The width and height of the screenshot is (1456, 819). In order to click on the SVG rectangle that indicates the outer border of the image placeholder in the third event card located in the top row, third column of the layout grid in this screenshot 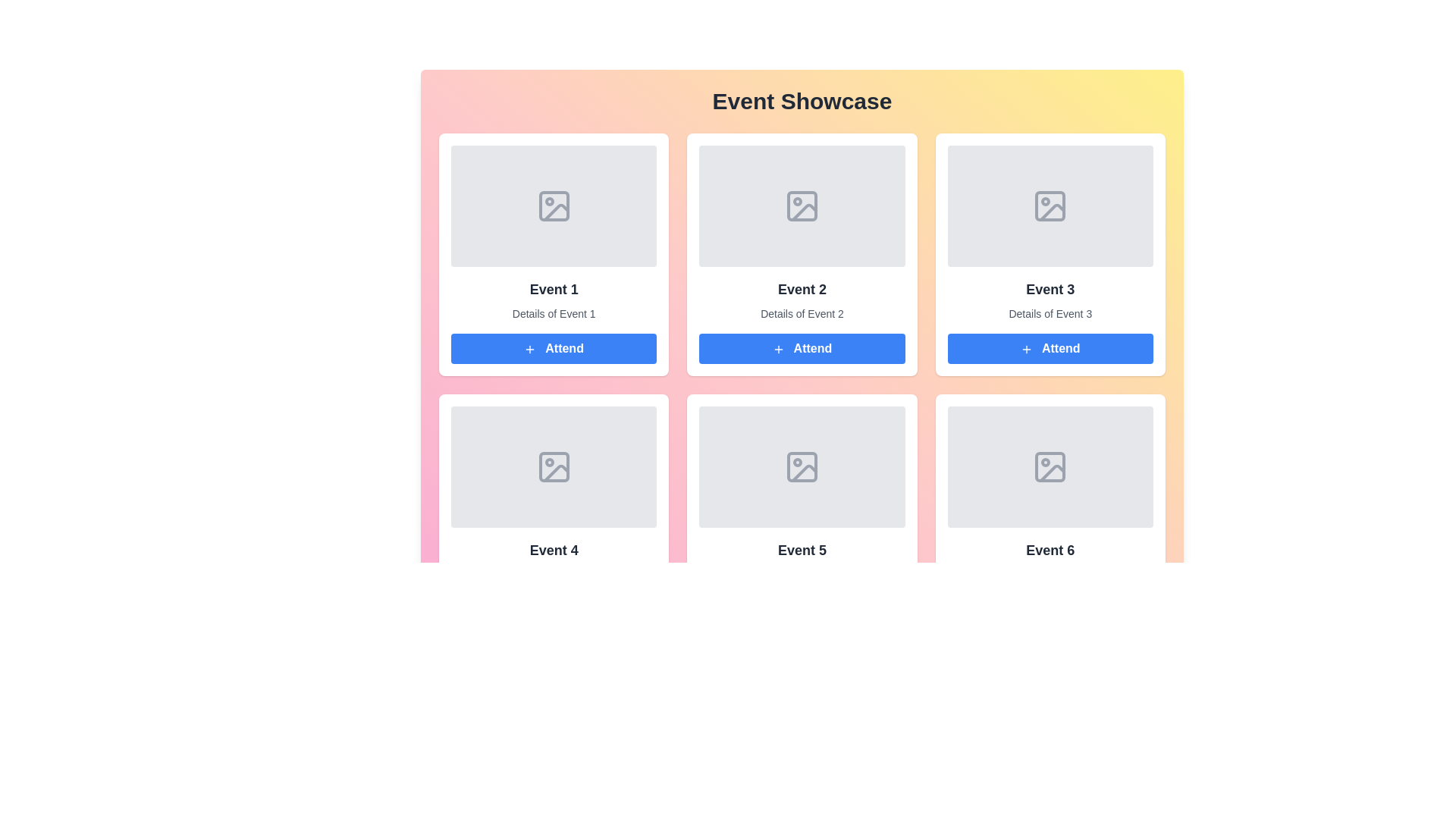, I will do `click(1050, 206)`.